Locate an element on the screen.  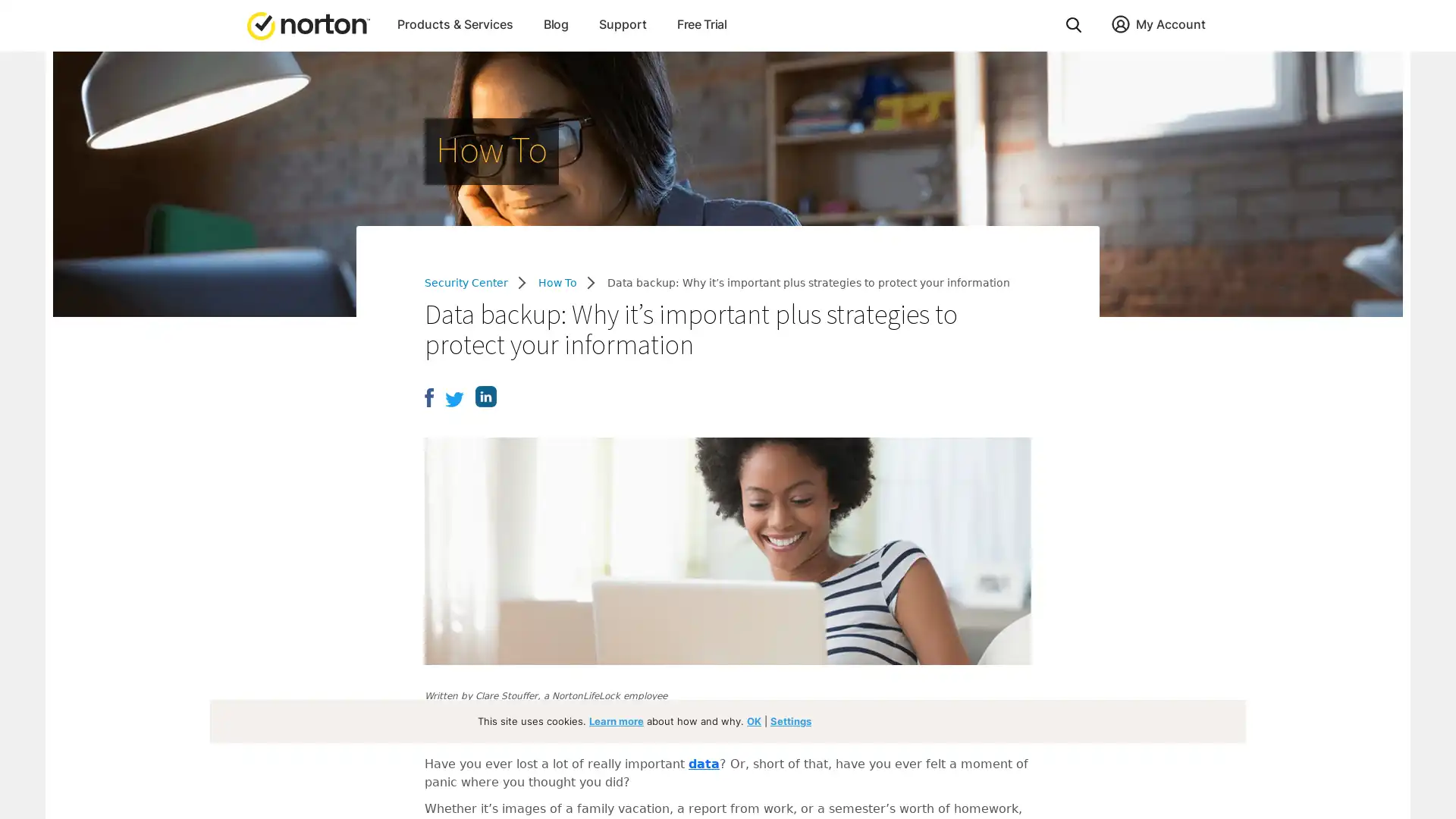
Close consent Widget is located at coordinates (1125, 704).